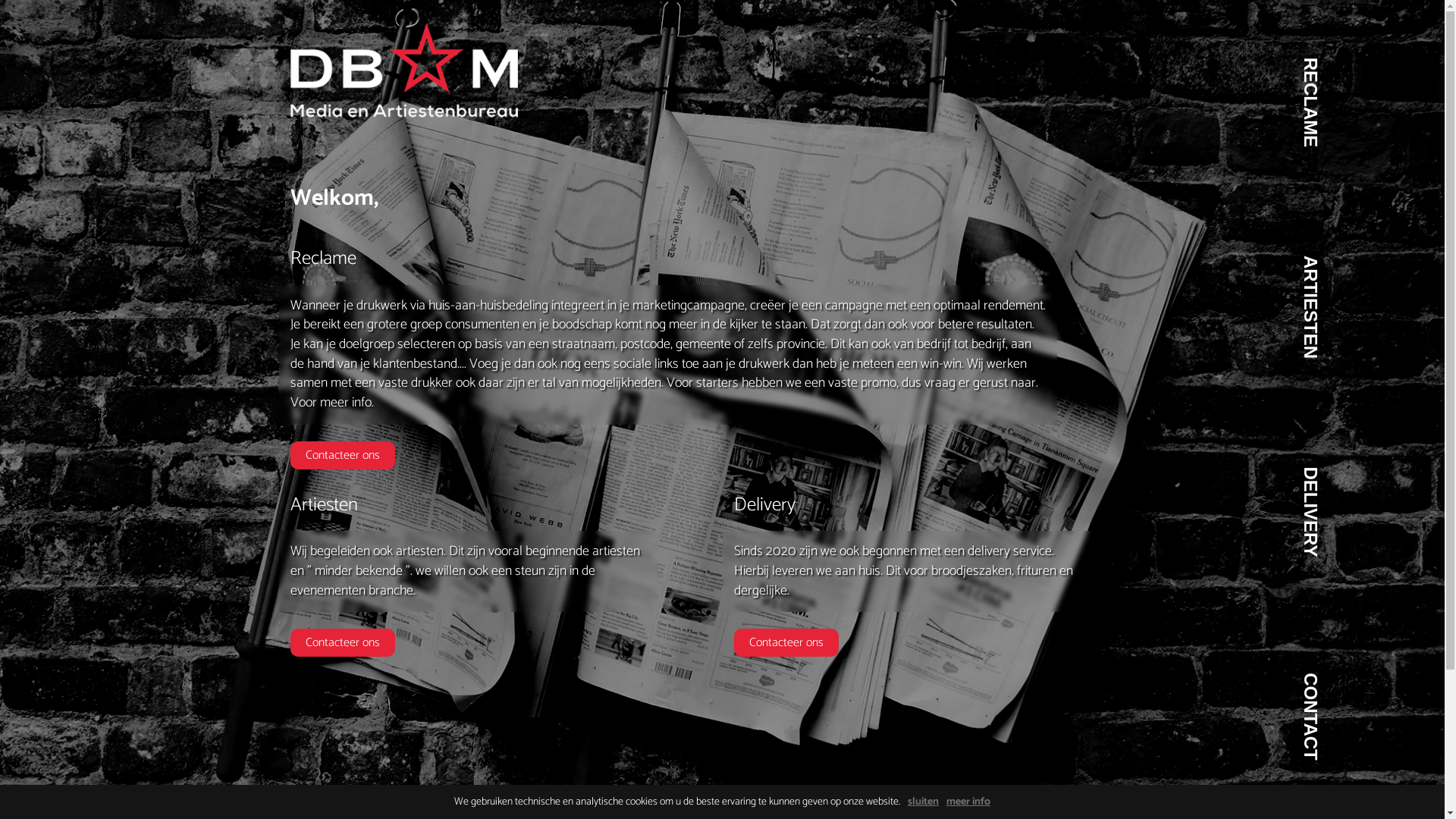  I want to click on 'sluiten', so click(922, 801).